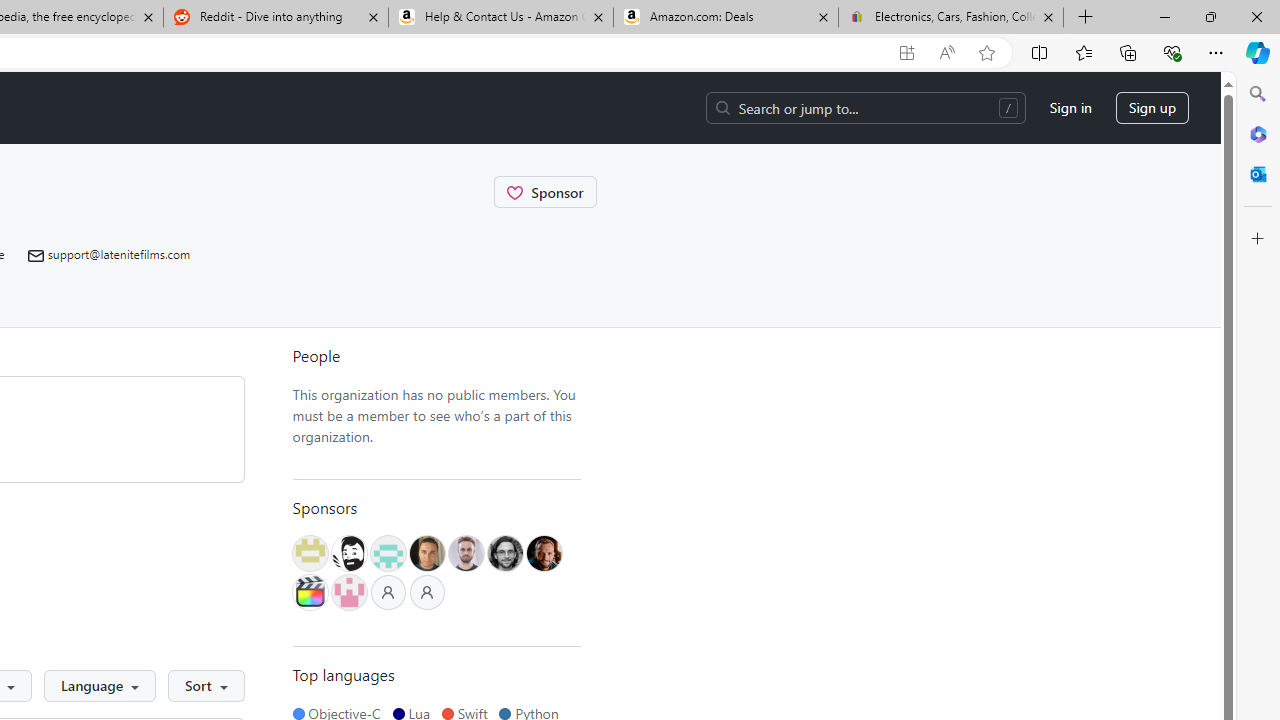 Image resolution: width=1280 pixels, height=720 pixels. Describe the element at coordinates (108, 253) in the screenshot. I see `'support@latenitefilms.com'` at that location.